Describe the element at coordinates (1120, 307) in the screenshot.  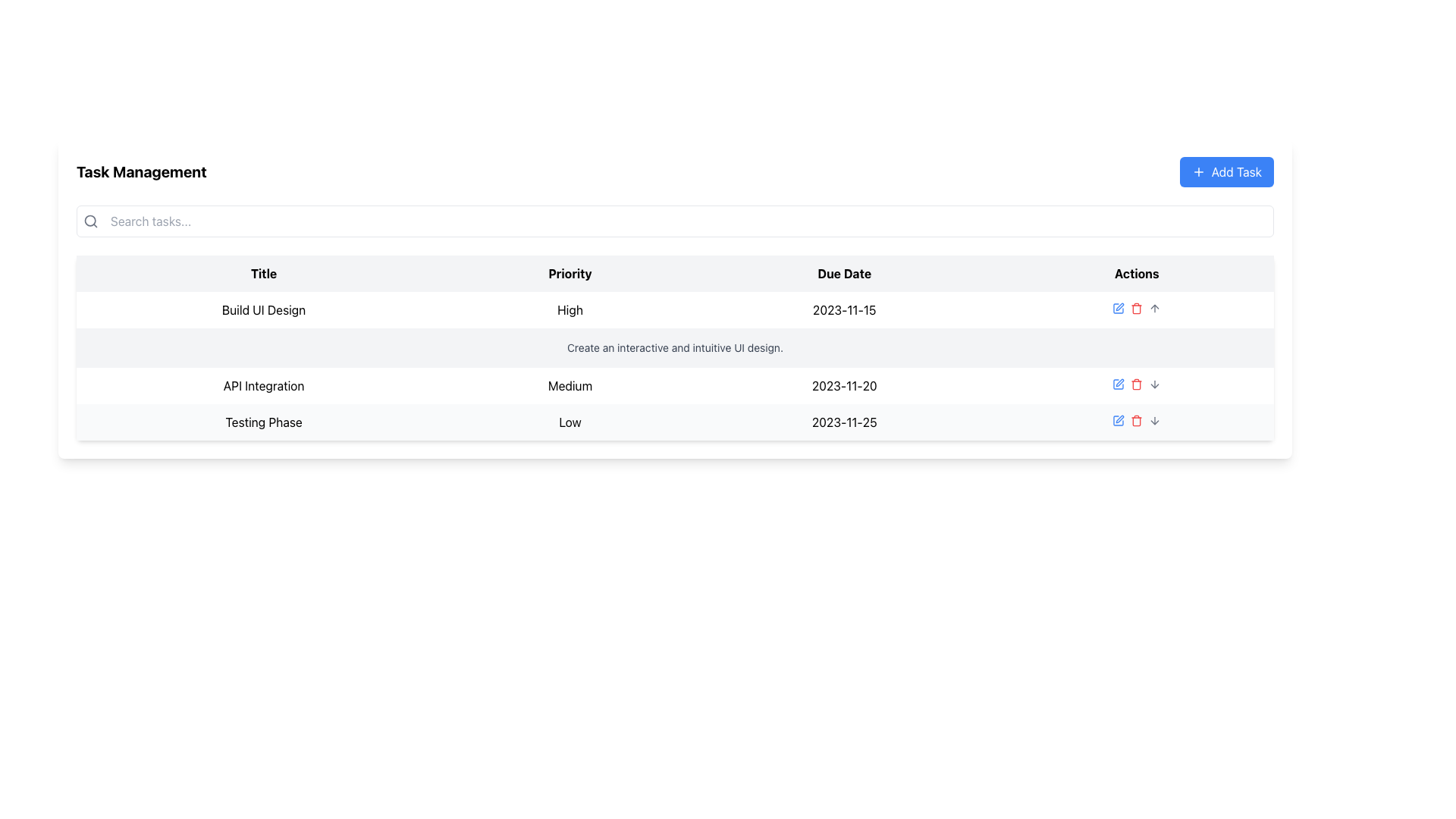
I see `the editing icon located in the 'Actions' column of the second row for 'API Integration' to initiate editing` at that location.